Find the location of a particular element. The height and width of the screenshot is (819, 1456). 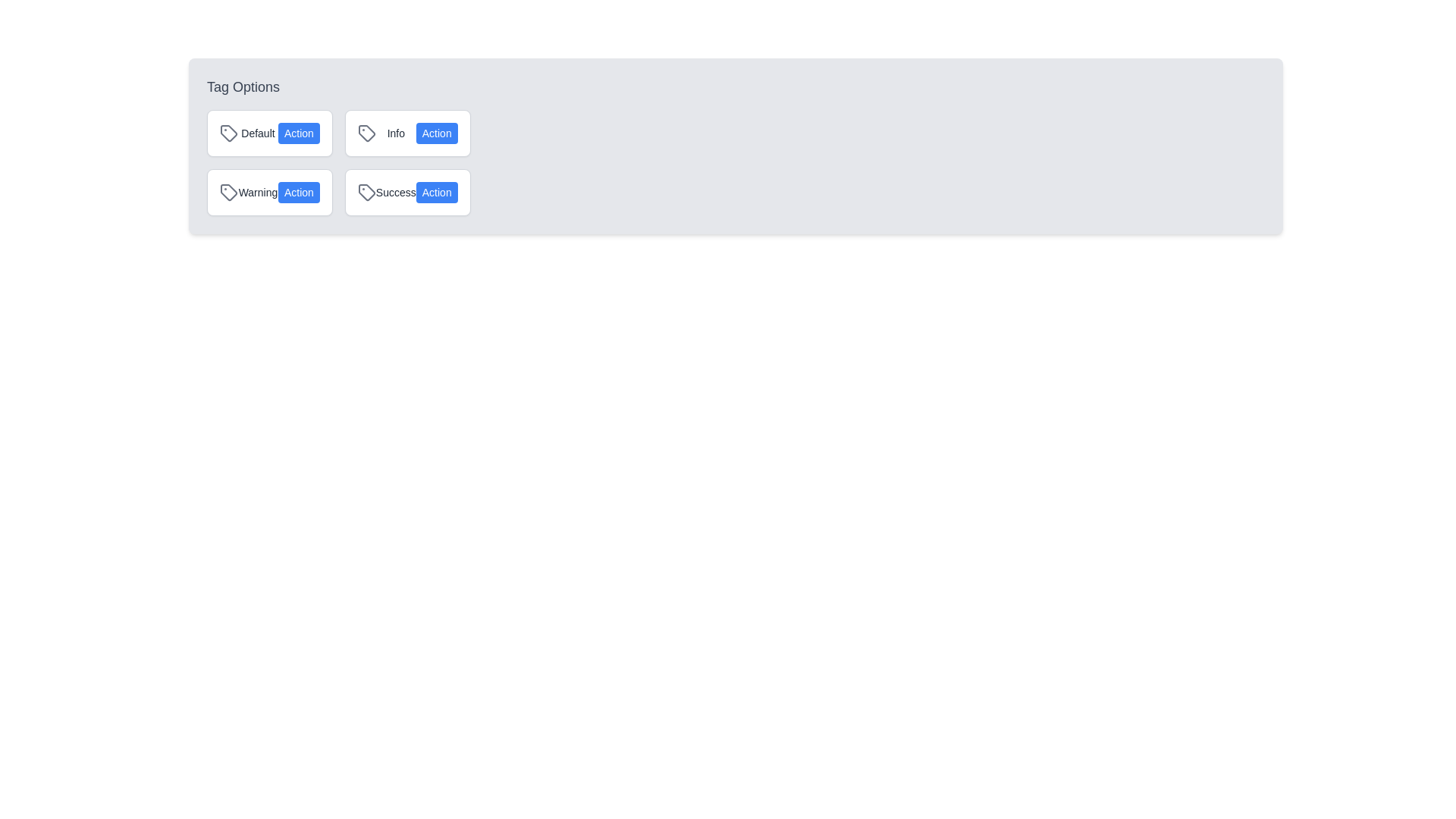

the vector graphic icon located within the 'Default' button group at the top-left of the 'Tag Options' section, which symbolizes a tagging or categorization feature is located at coordinates (228, 133).